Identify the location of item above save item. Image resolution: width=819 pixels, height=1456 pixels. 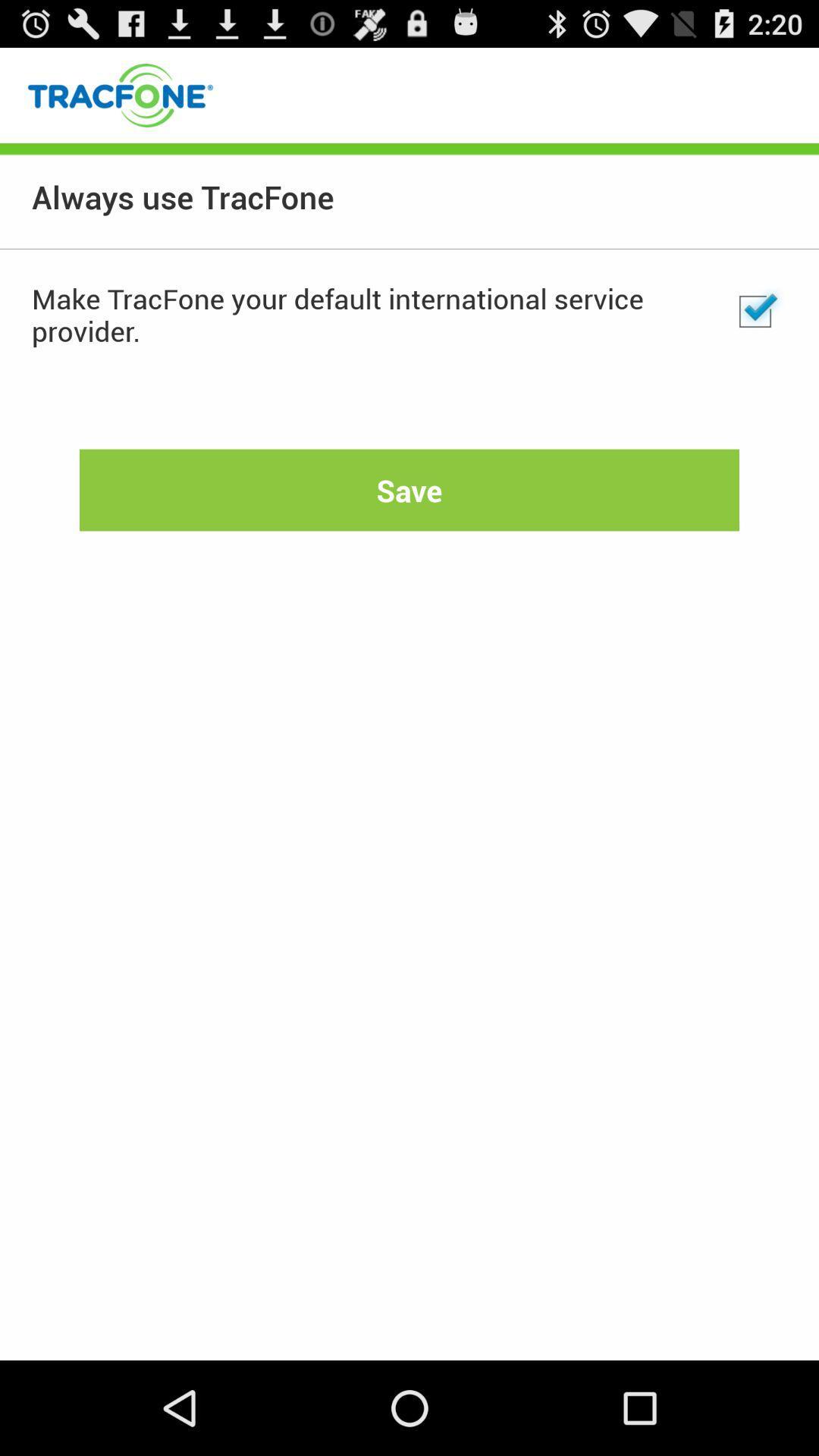
(755, 311).